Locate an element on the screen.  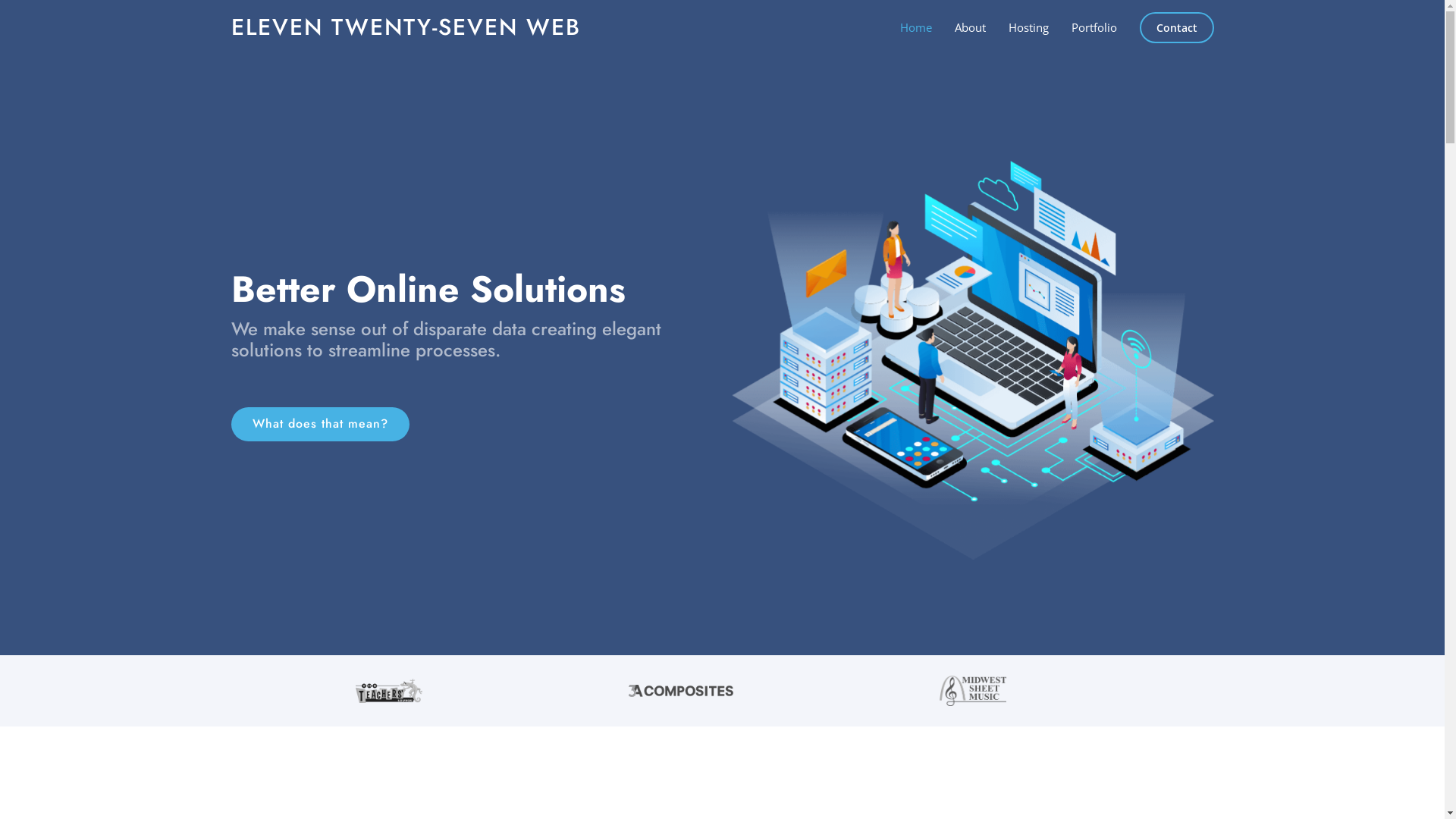
'About' is located at coordinates (957, 27).